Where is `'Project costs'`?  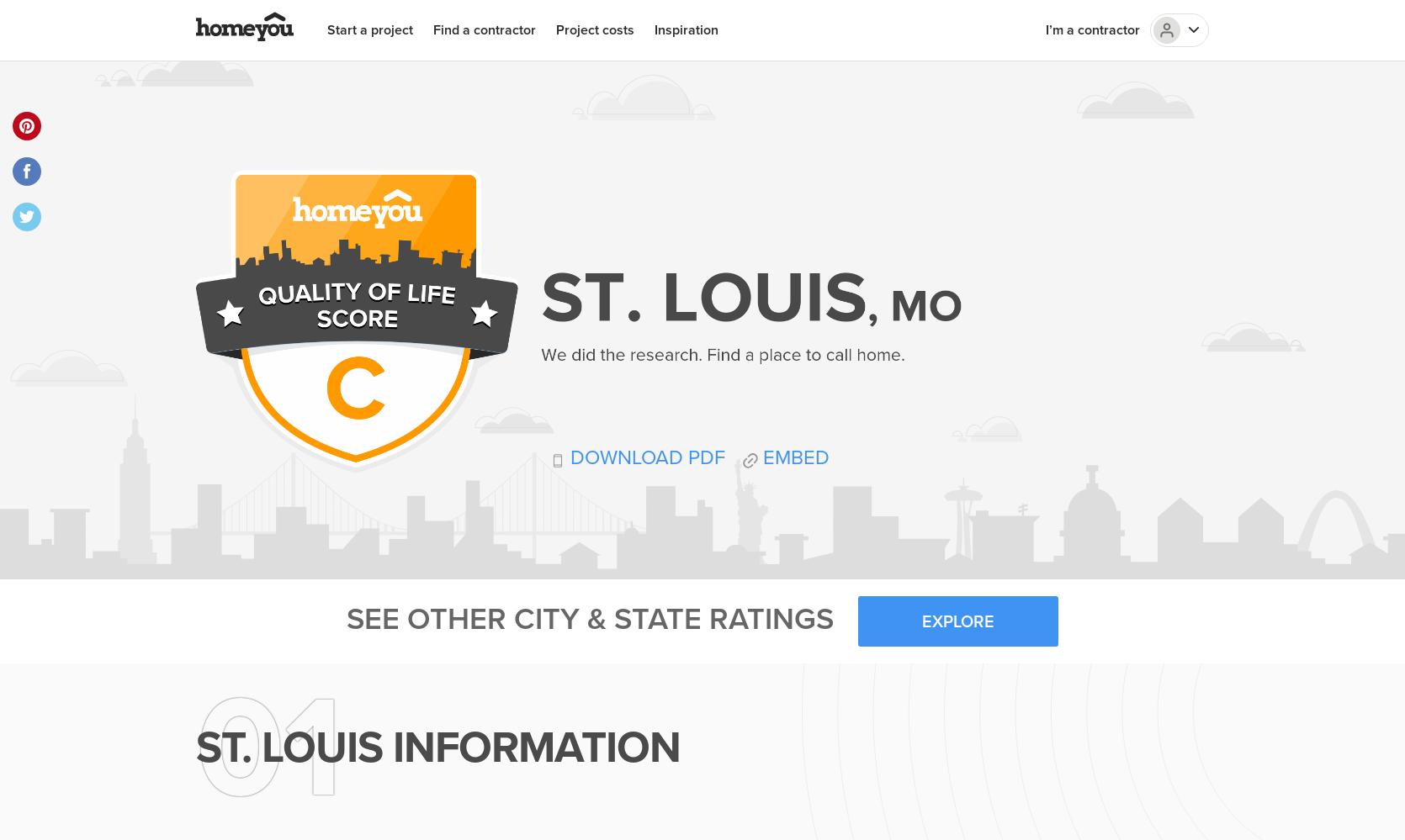
'Project costs' is located at coordinates (554, 29).